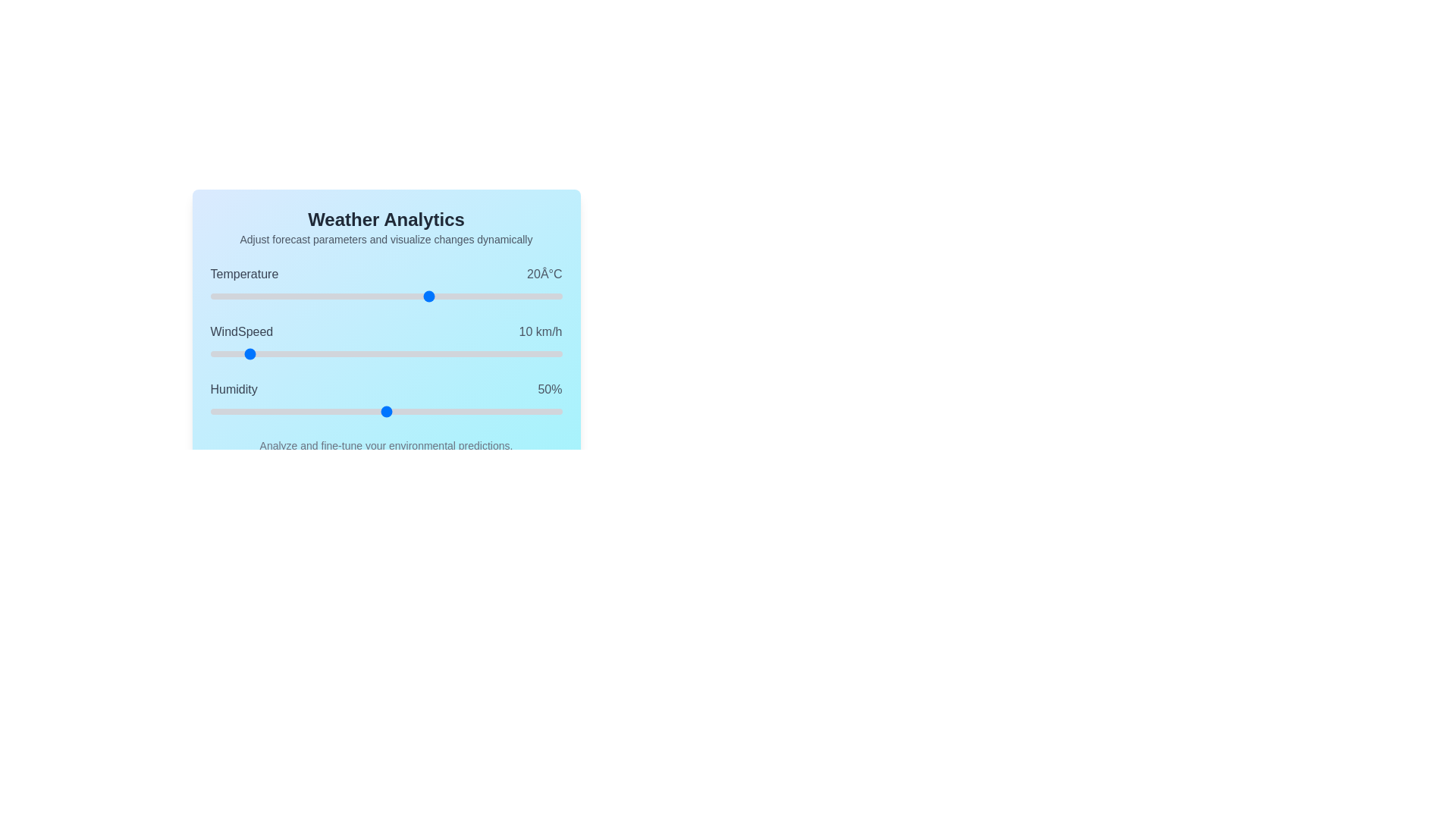 This screenshot has height=819, width=1456. Describe the element at coordinates (421, 296) in the screenshot. I see `the temperature slider to set the value to 18°C` at that location.